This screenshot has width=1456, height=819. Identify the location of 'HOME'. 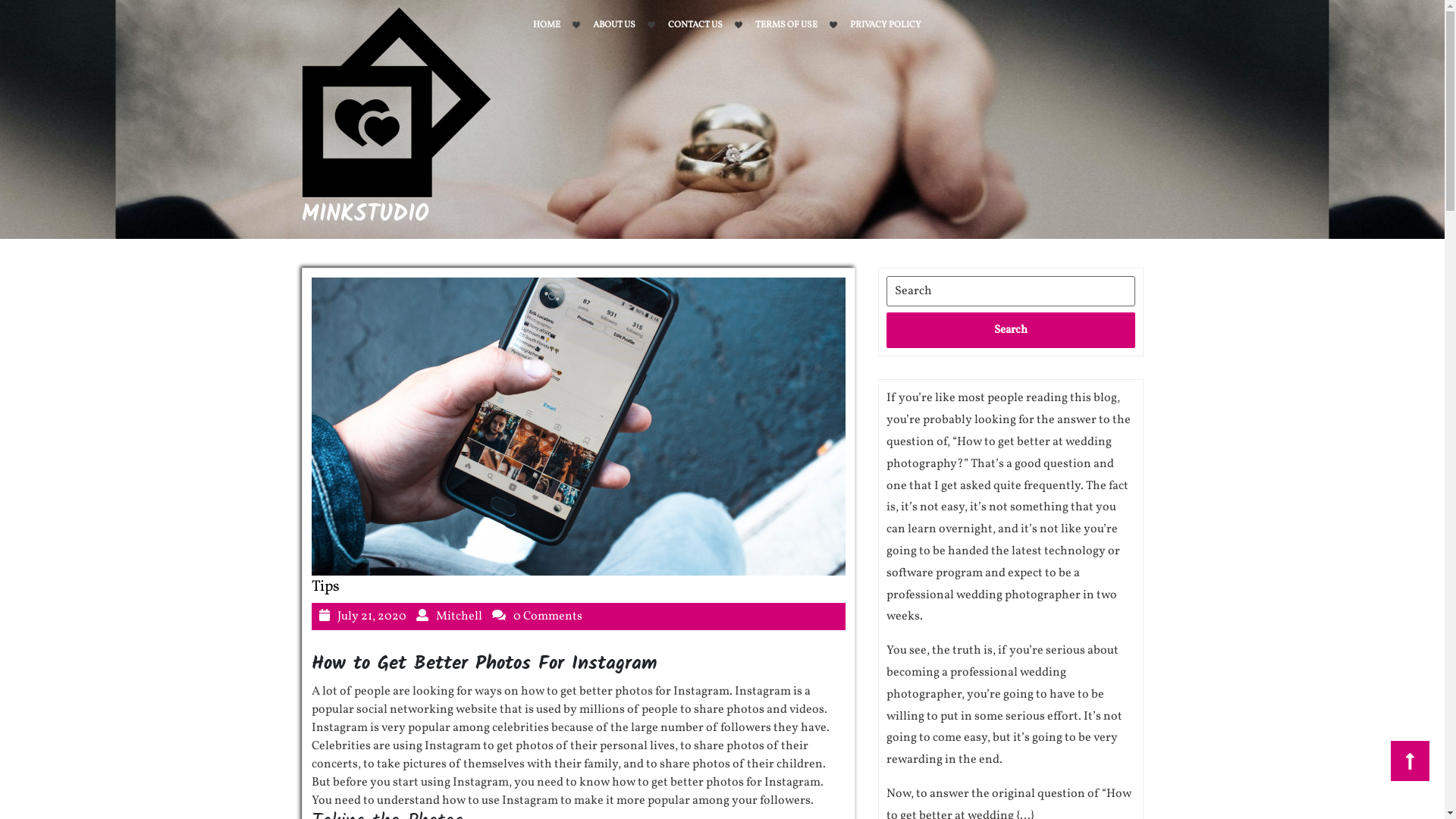
(546, 25).